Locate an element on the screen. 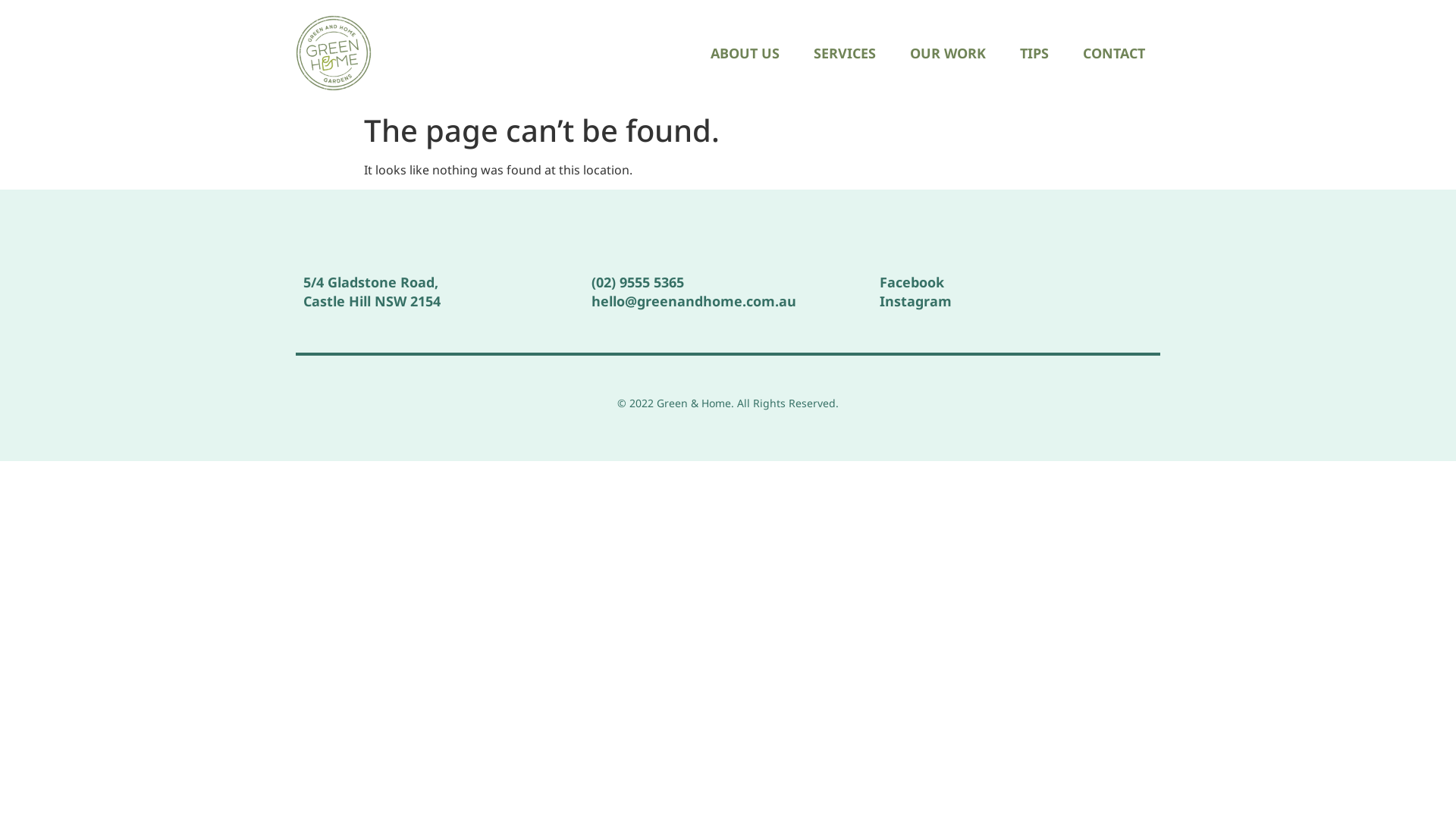  '(02) 9555 5365' is located at coordinates (637, 281).